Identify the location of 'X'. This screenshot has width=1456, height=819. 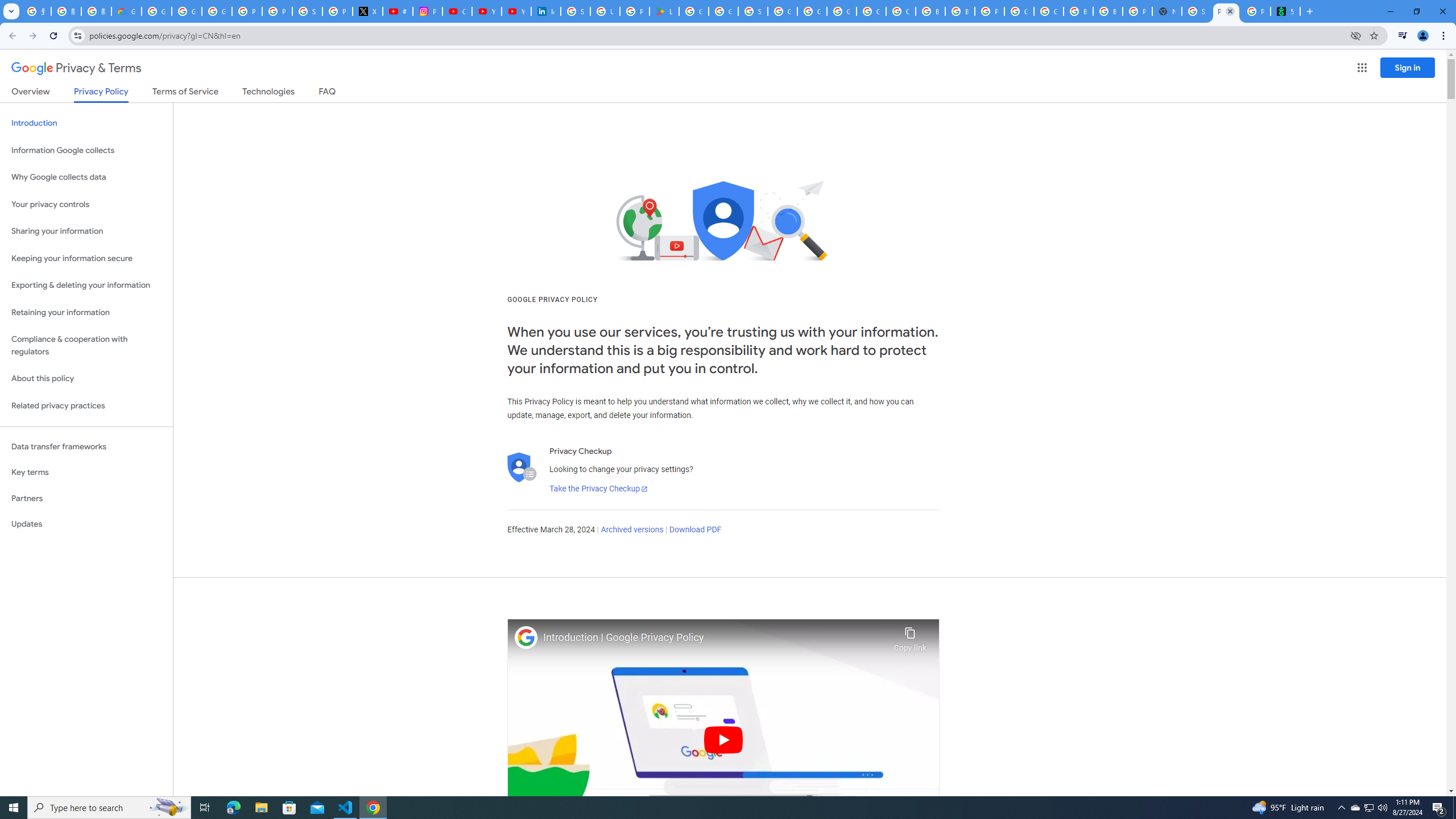
(367, 11).